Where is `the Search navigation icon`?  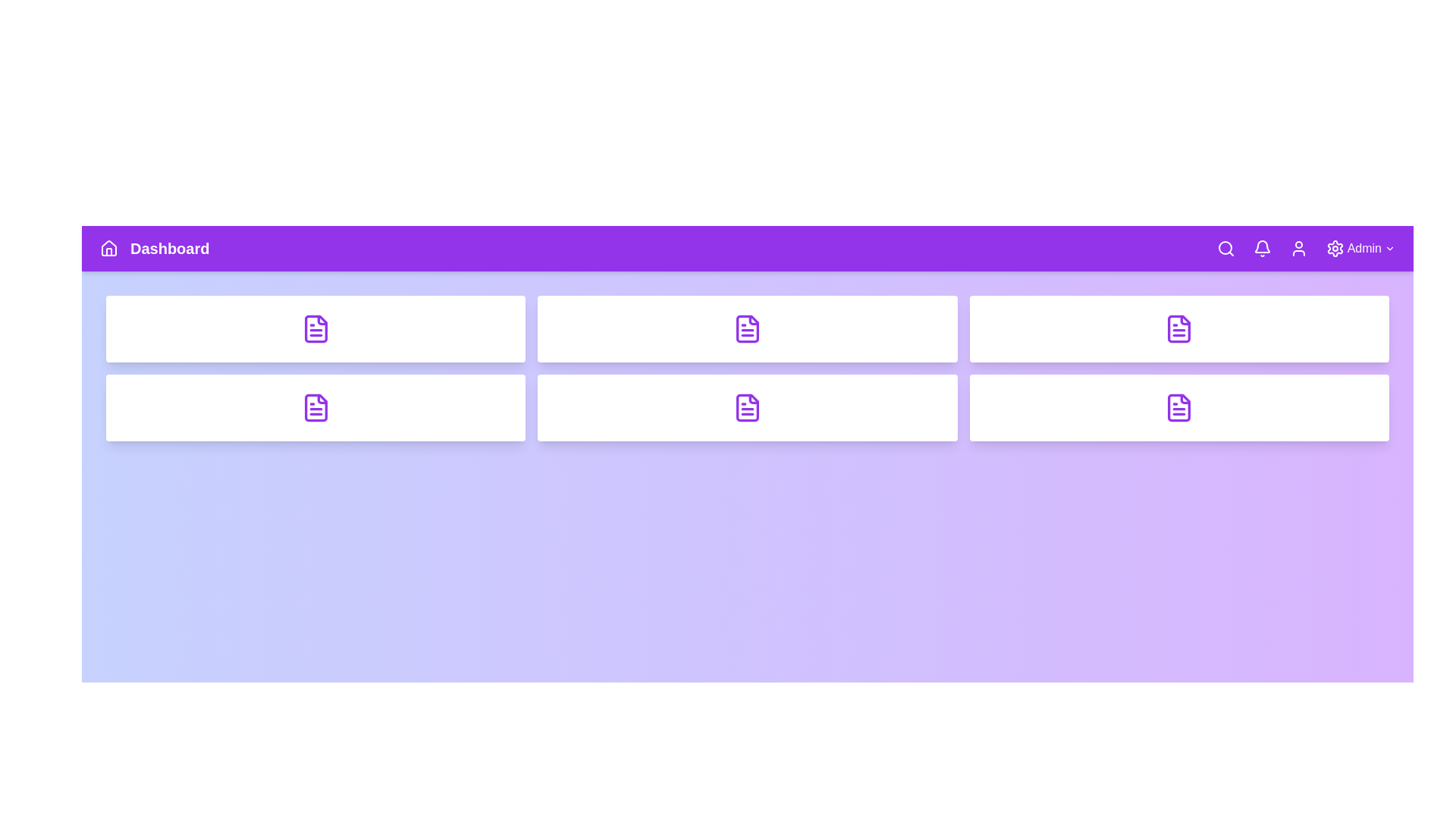 the Search navigation icon is located at coordinates (1225, 247).